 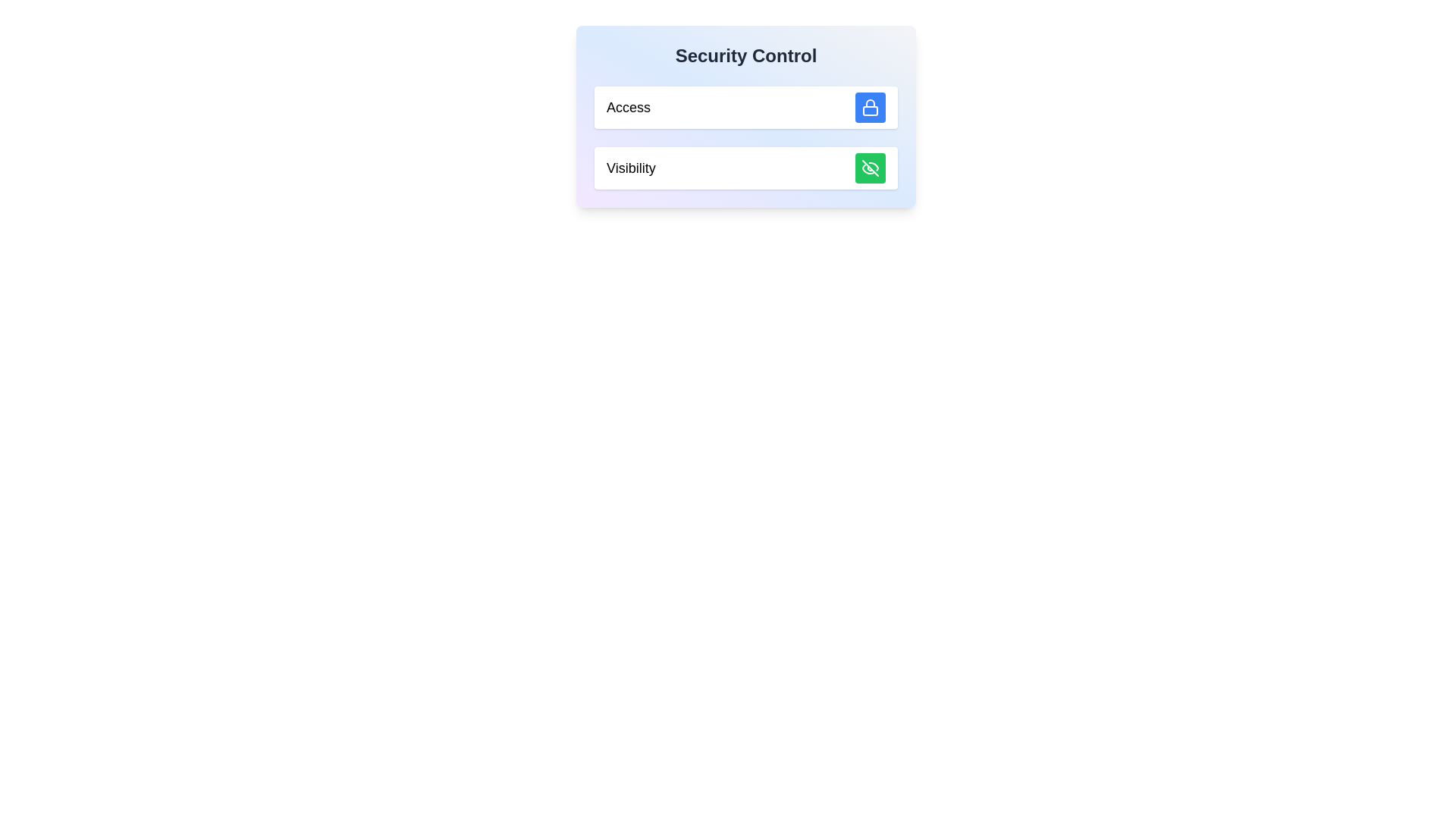 I want to click on the SVG rectangle that visually represents the secure access feature within the blue lock icon in the 'Access' row of the Security Control interface, so click(x=870, y=110).